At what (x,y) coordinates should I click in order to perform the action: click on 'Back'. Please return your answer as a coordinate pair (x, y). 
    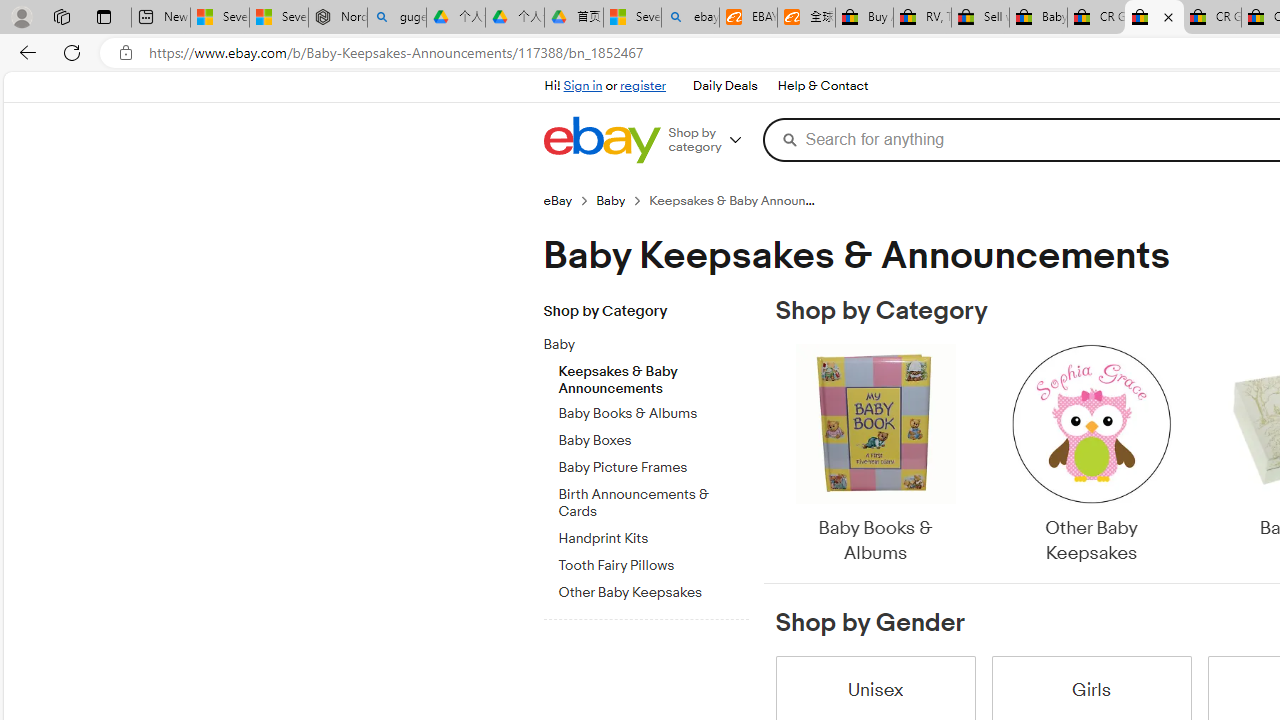
    Looking at the image, I should click on (24, 51).